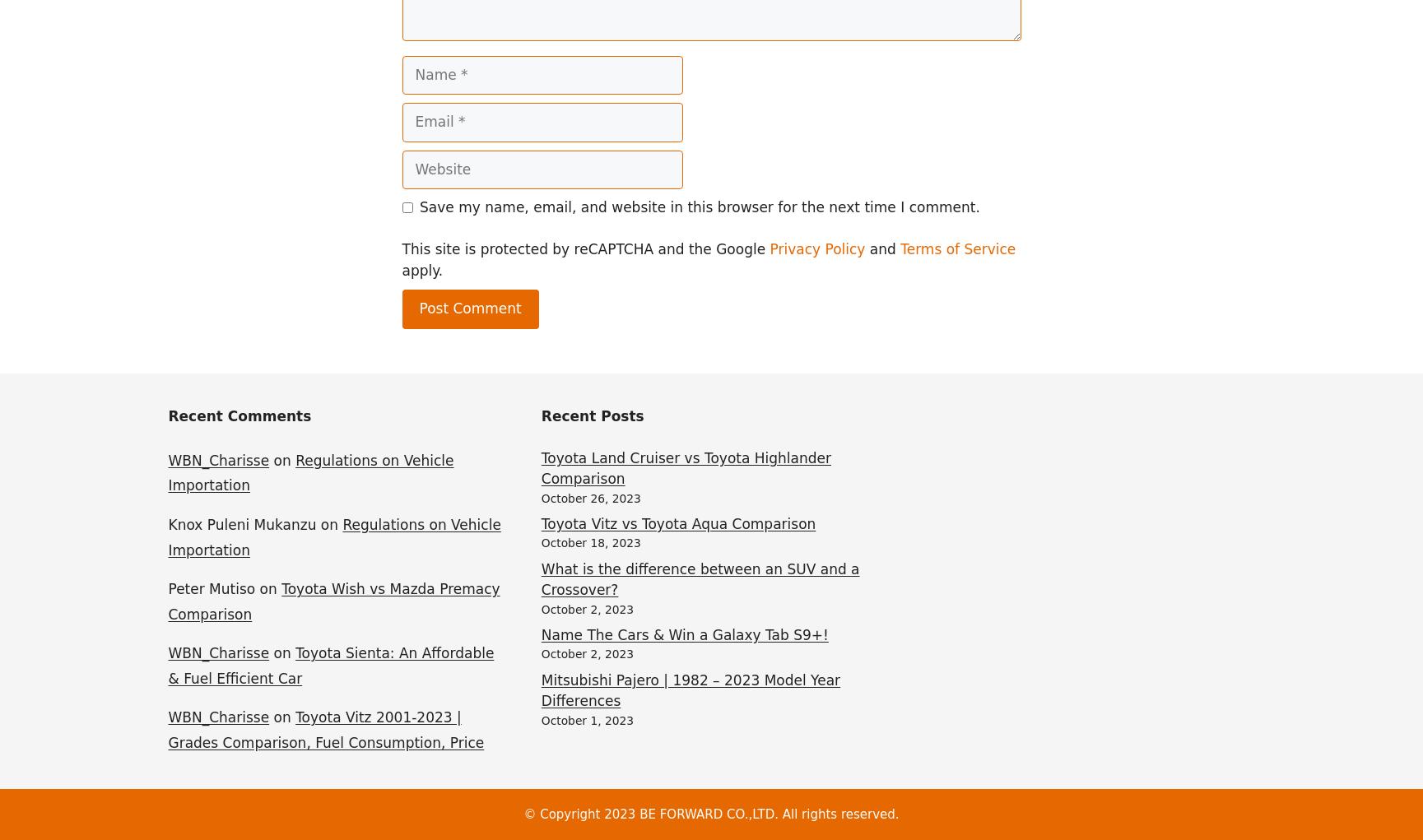  What do you see at coordinates (329, 665) in the screenshot?
I see `'Toyota Sienta: An Affordable & Fuel Efficient Car'` at bounding box center [329, 665].